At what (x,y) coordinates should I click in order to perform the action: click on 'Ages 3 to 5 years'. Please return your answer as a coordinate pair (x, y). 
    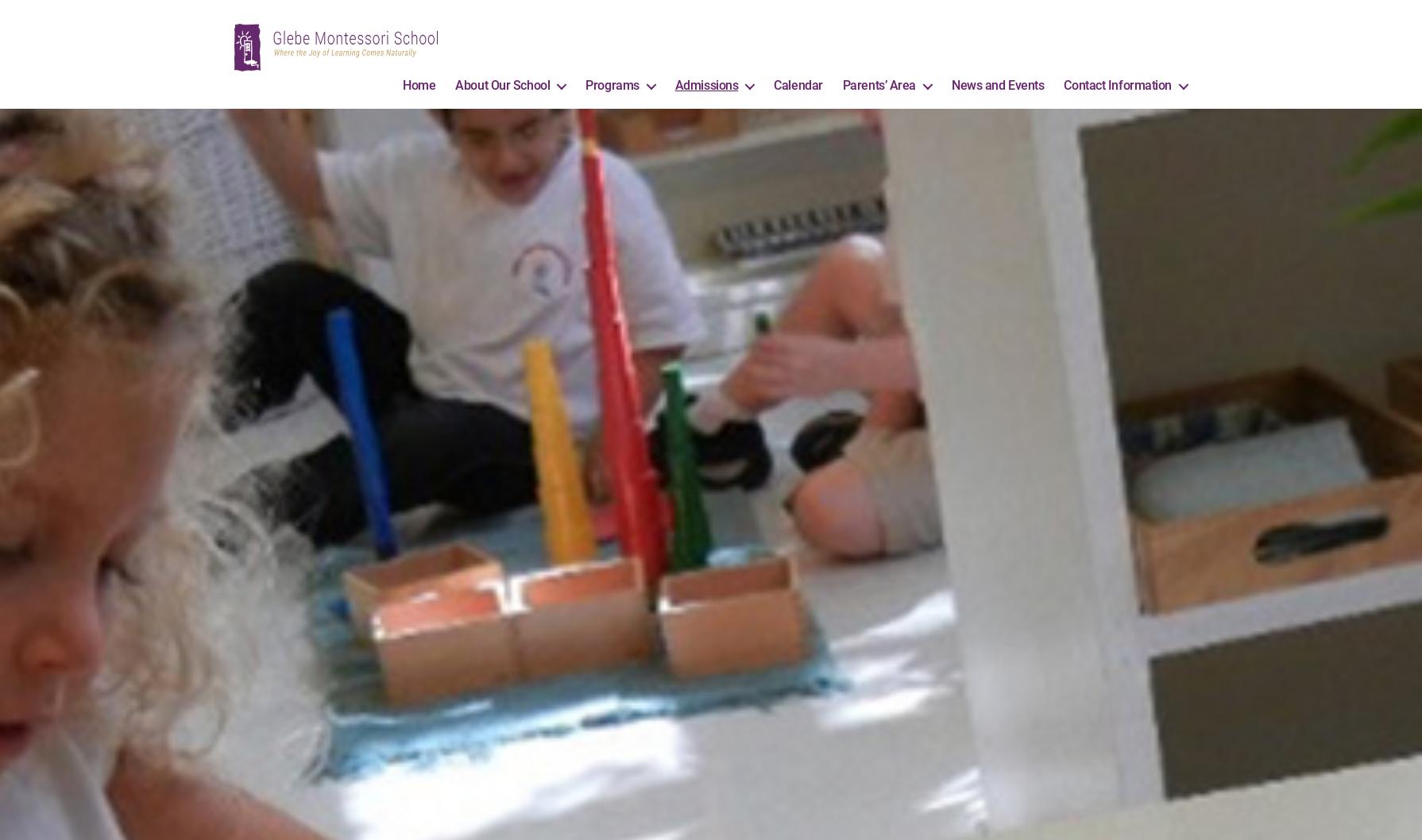
    Looking at the image, I should click on (663, 446).